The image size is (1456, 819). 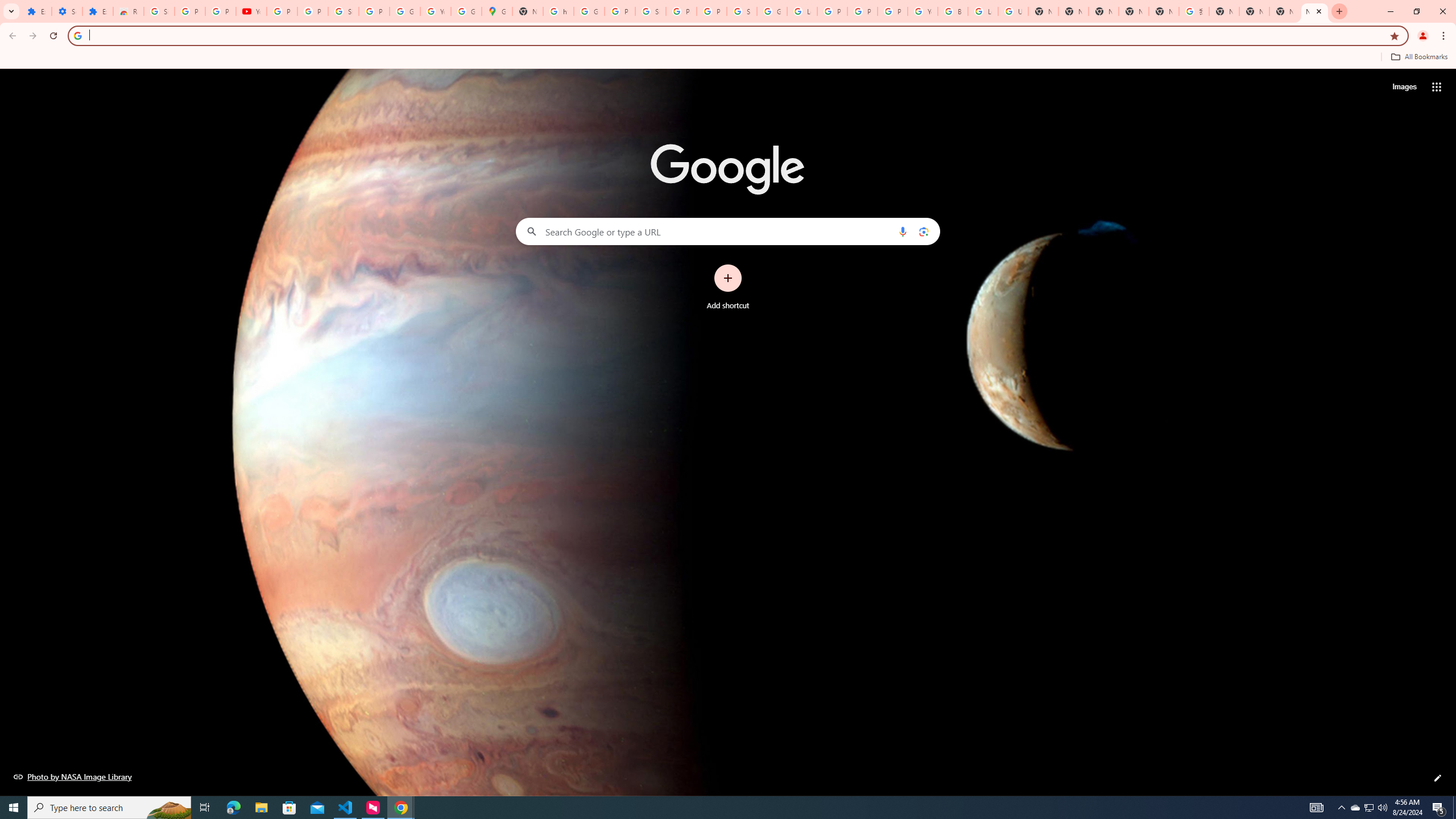 What do you see at coordinates (1254, 11) in the screenshot?
I see `'New Tab'` at bounding box center [1254, 11].